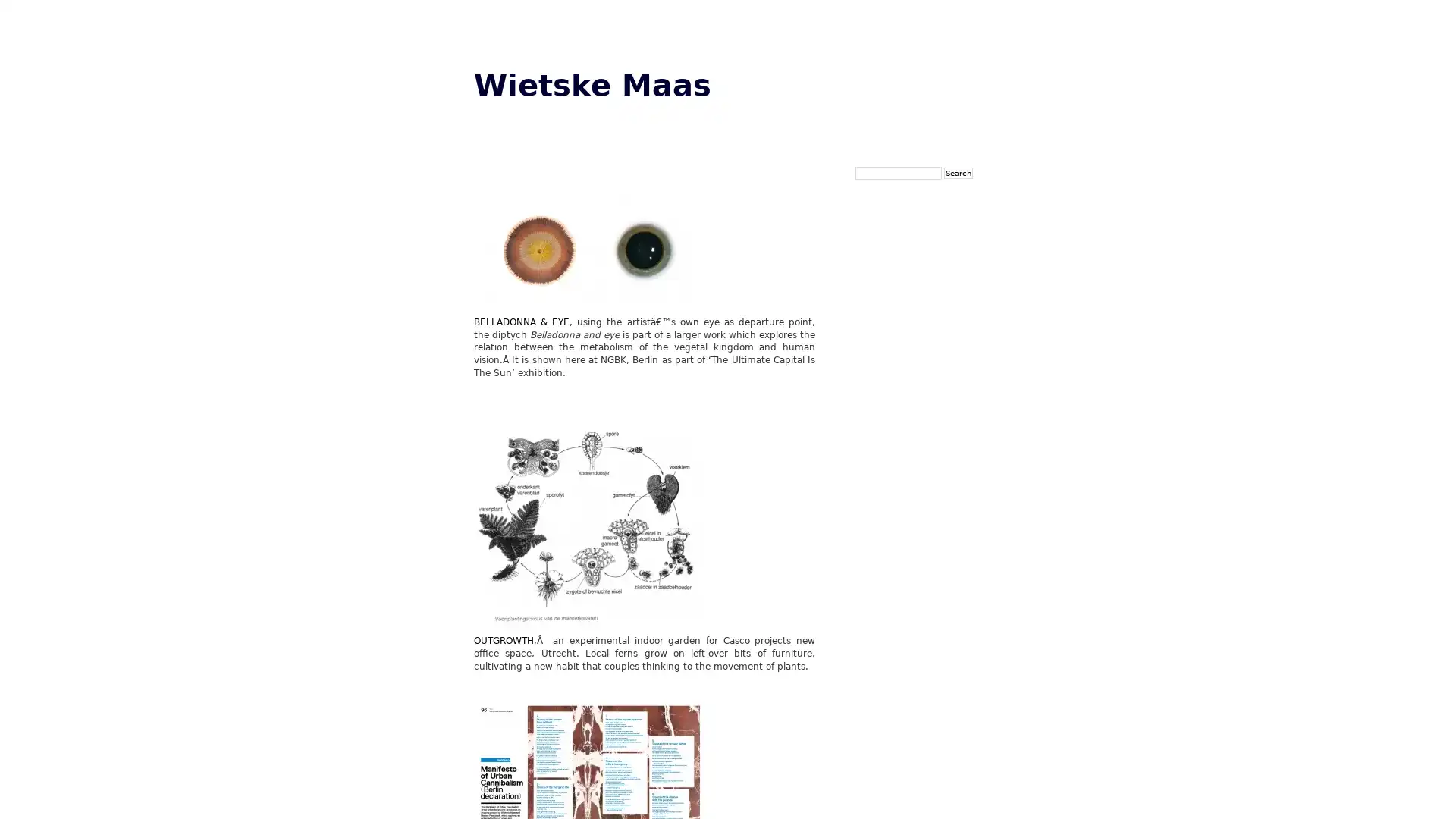  Describe the element at coordinates (957, 172) in the screenshot. I see `Search` at that location.